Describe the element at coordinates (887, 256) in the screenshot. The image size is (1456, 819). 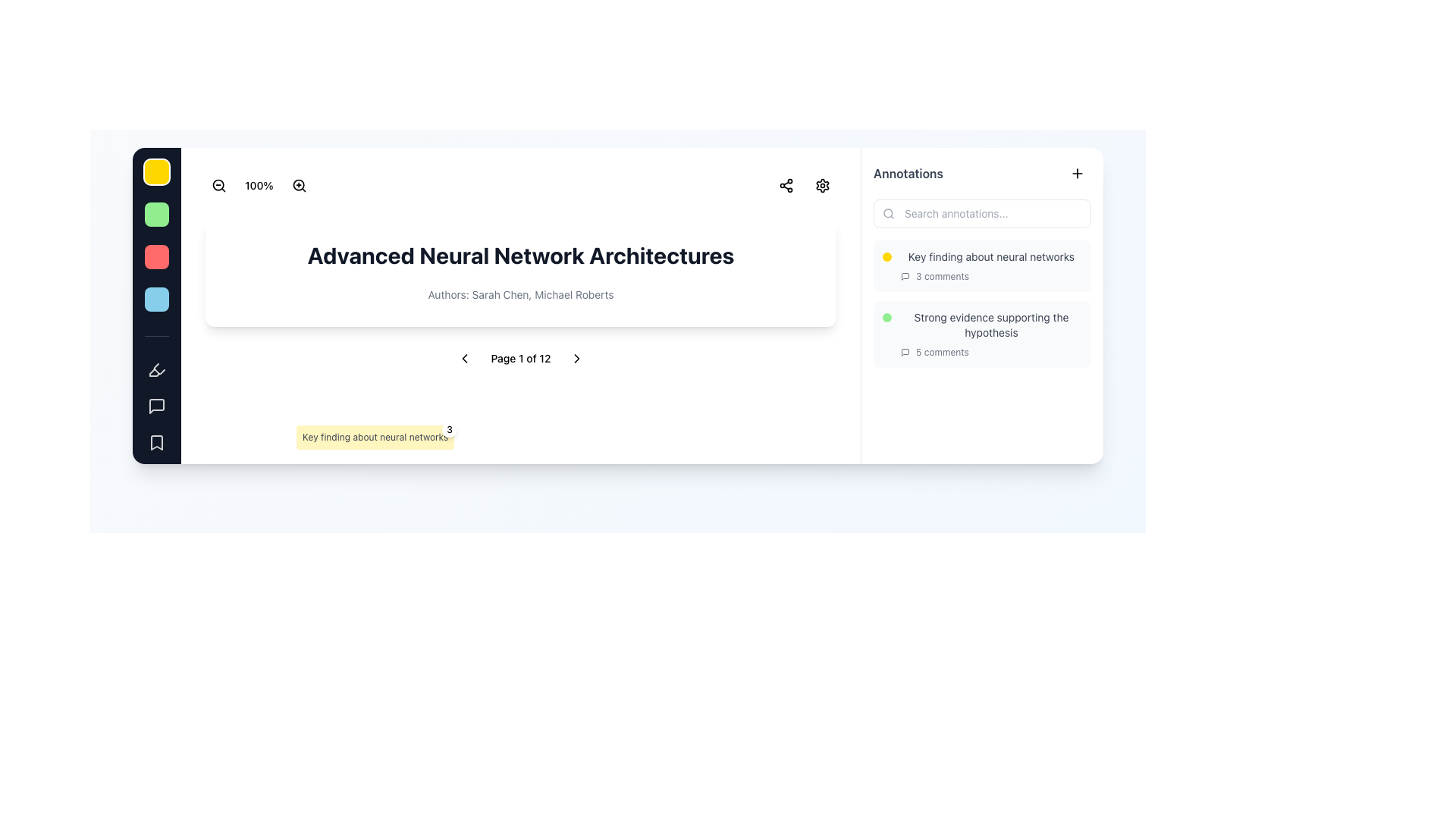
I see `the small circular golden yellow indicator located to the left of the text 'Key finding about neural networks' in the annotations list` at that location.